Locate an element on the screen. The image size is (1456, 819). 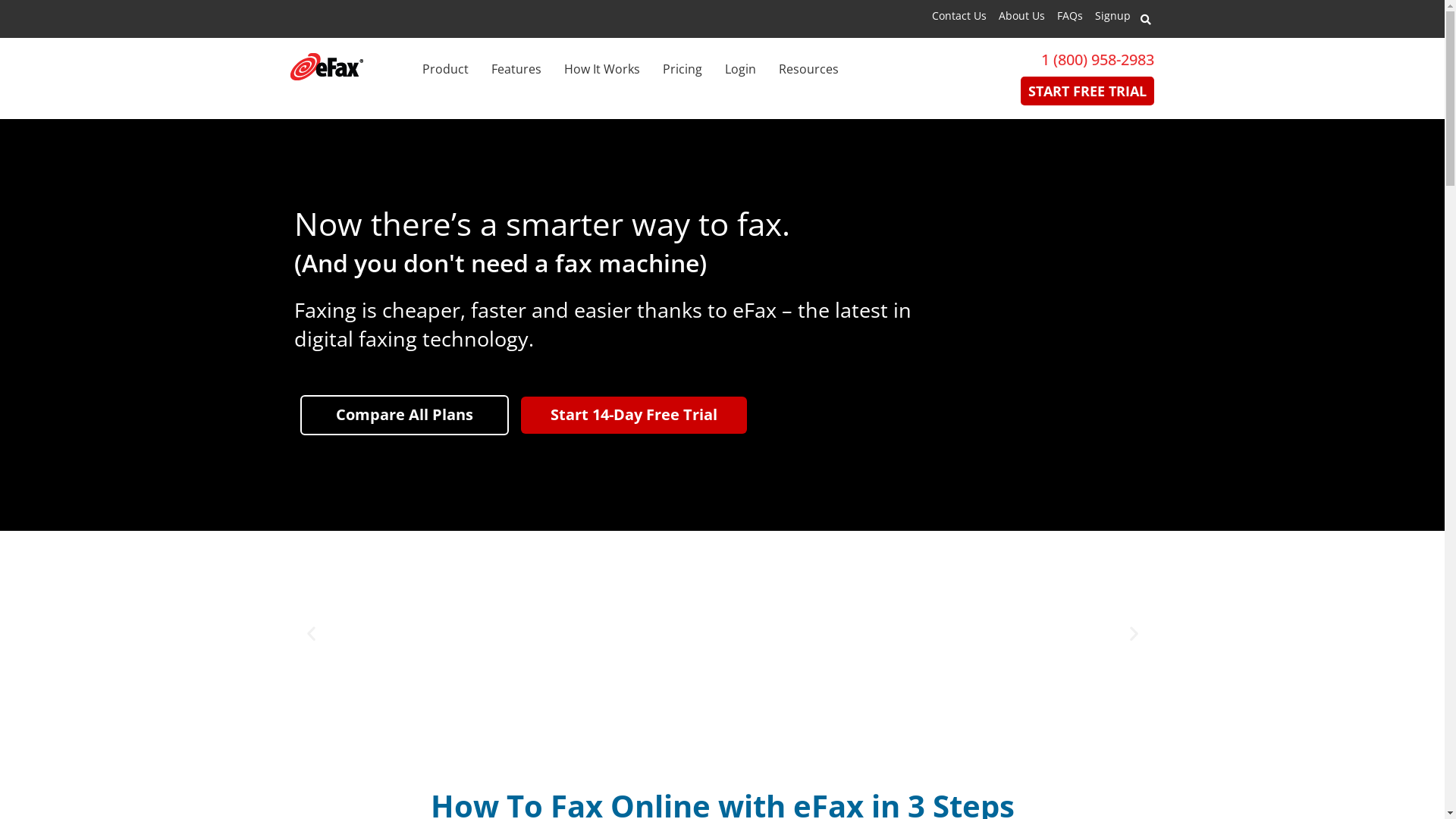
'Resources' is located at coordinates (807, 70).